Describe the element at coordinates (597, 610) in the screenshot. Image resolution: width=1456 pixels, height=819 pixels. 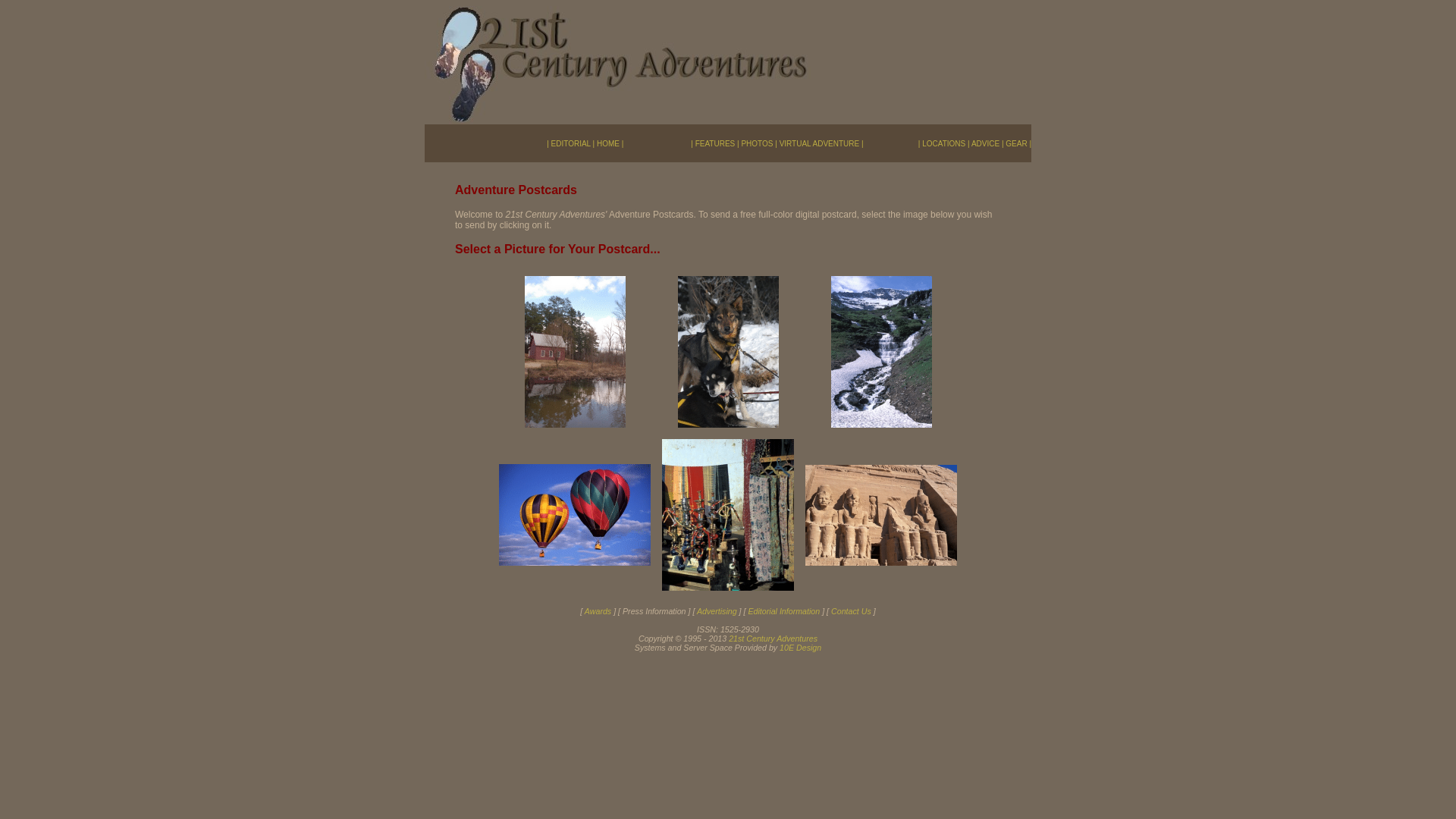
I see `'Awards'` at that location.